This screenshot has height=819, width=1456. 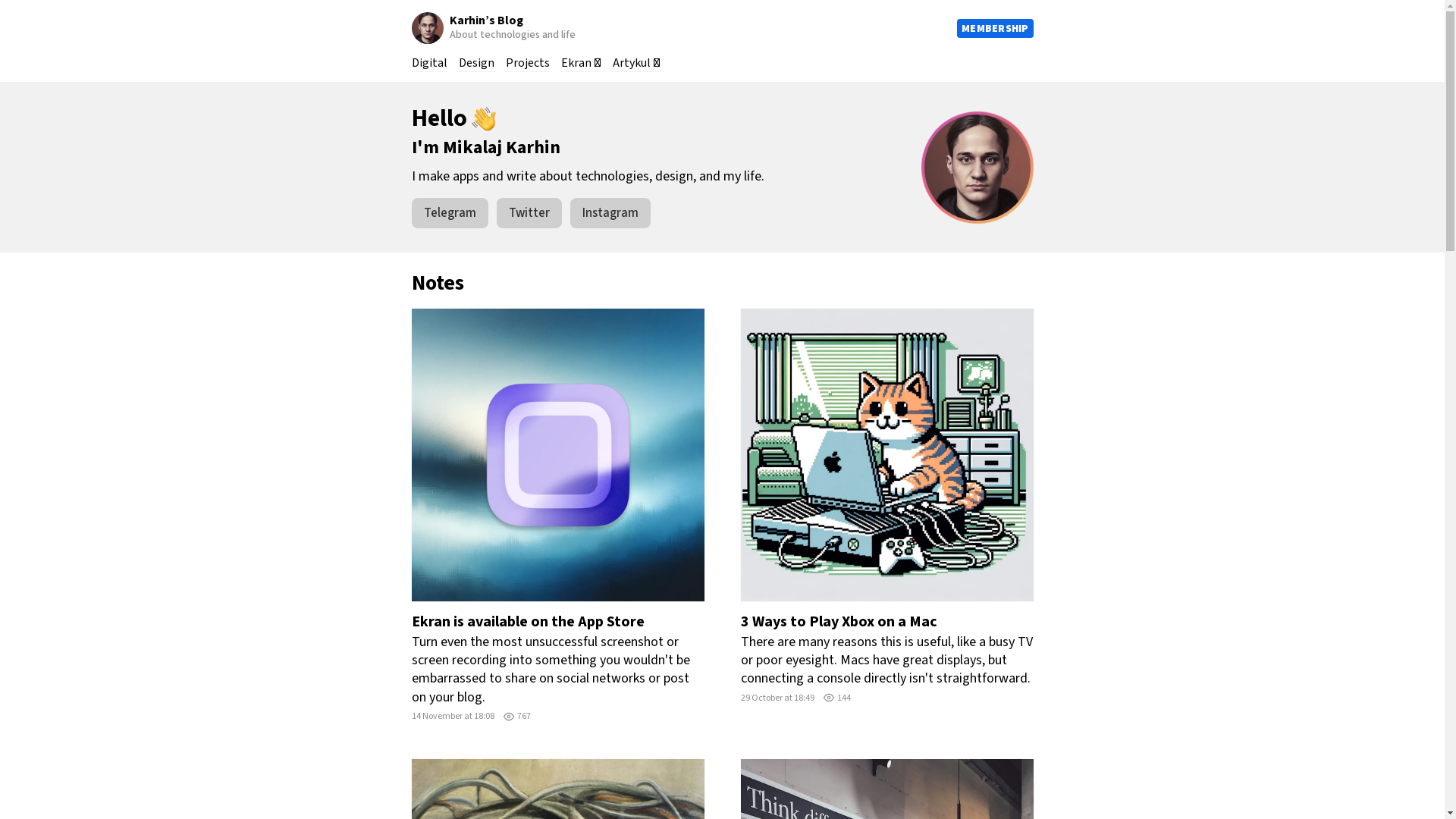 What do you see at coordinates (527, 62) in the screenshot?
I see `'Projects'` at bounding box center [527, 62].